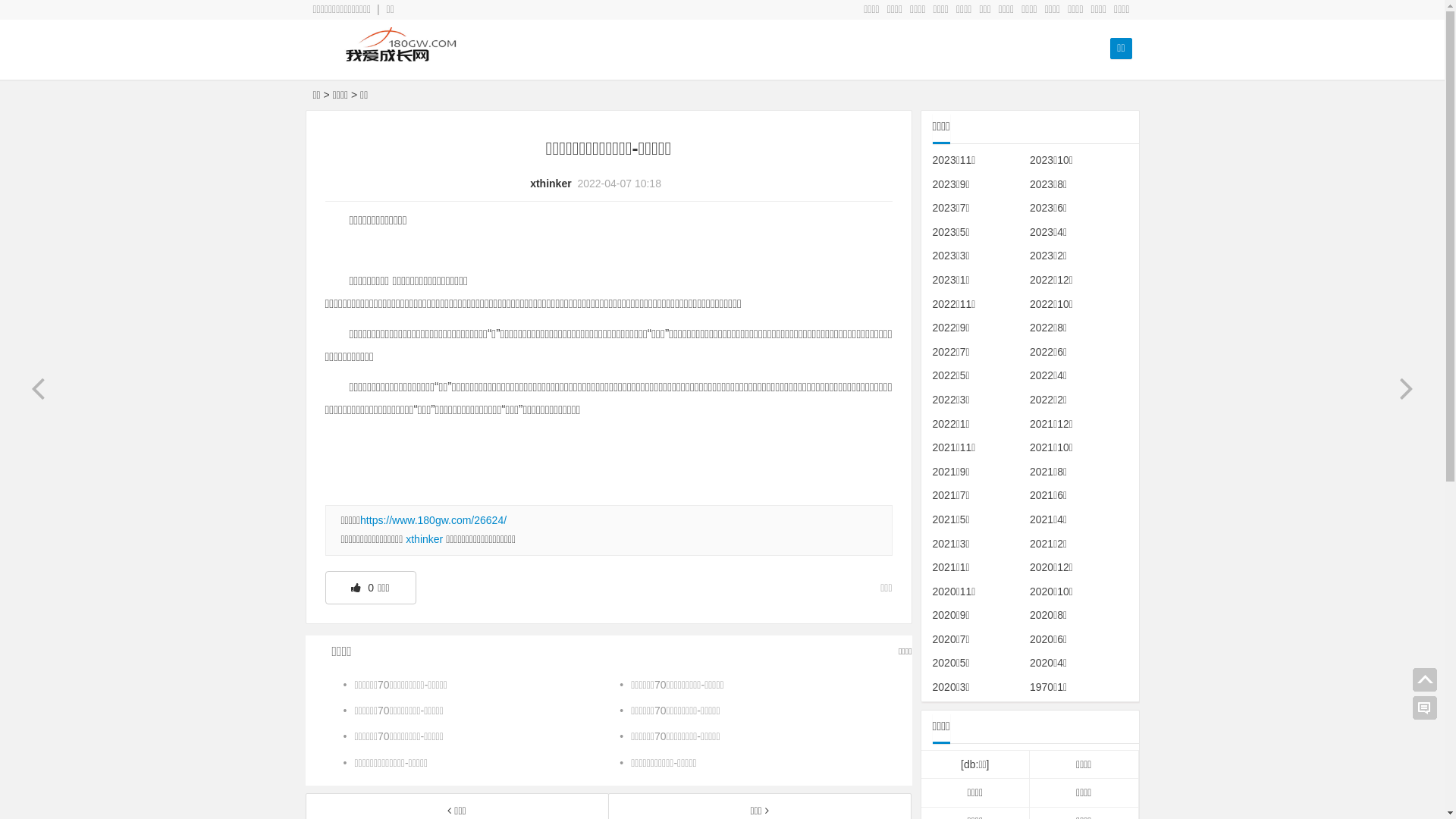 The width and height of the screenshot is (1456, 819). Describe the element at coordinates (549, 183) in the screenshot. I see `'xthinker'` at that location.